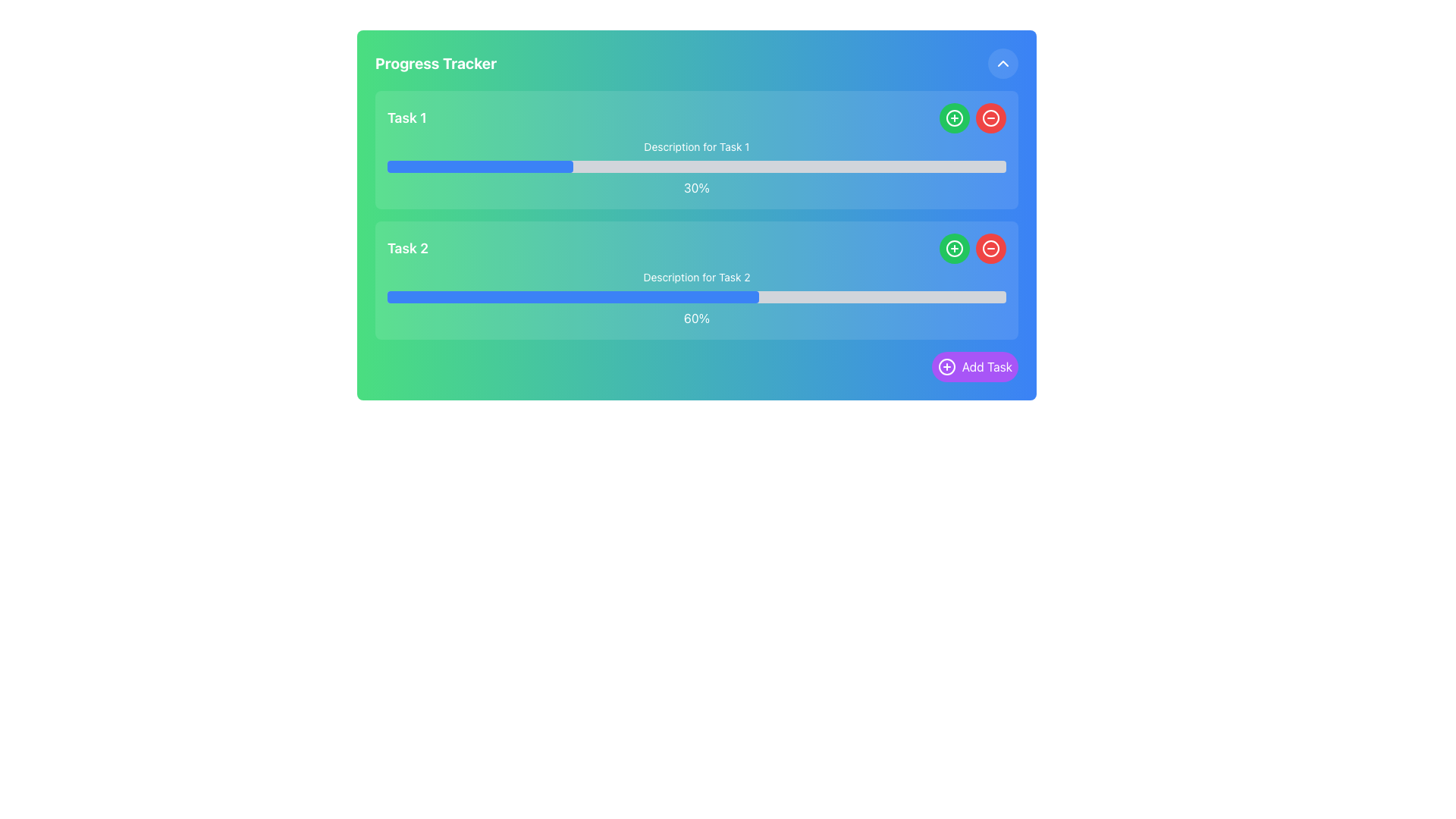 The height and width of the screenshot is (819, 1456). I want to click on the circular green button with a white plus symbol located to the right of the task progress bar for 'Task 1', so click(953, 117).